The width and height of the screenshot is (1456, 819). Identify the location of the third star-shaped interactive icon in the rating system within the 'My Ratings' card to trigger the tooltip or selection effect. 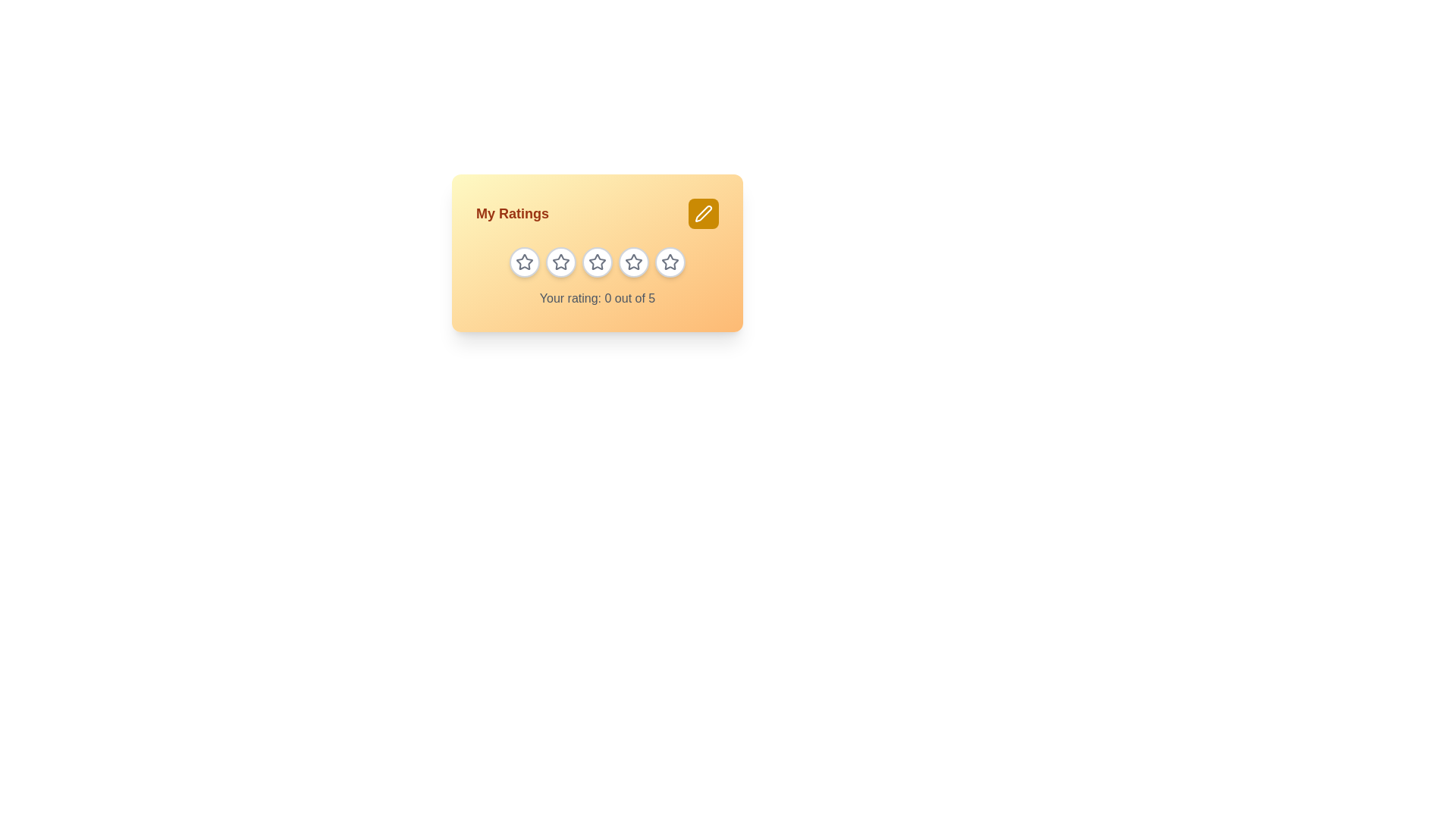
(596, 261).